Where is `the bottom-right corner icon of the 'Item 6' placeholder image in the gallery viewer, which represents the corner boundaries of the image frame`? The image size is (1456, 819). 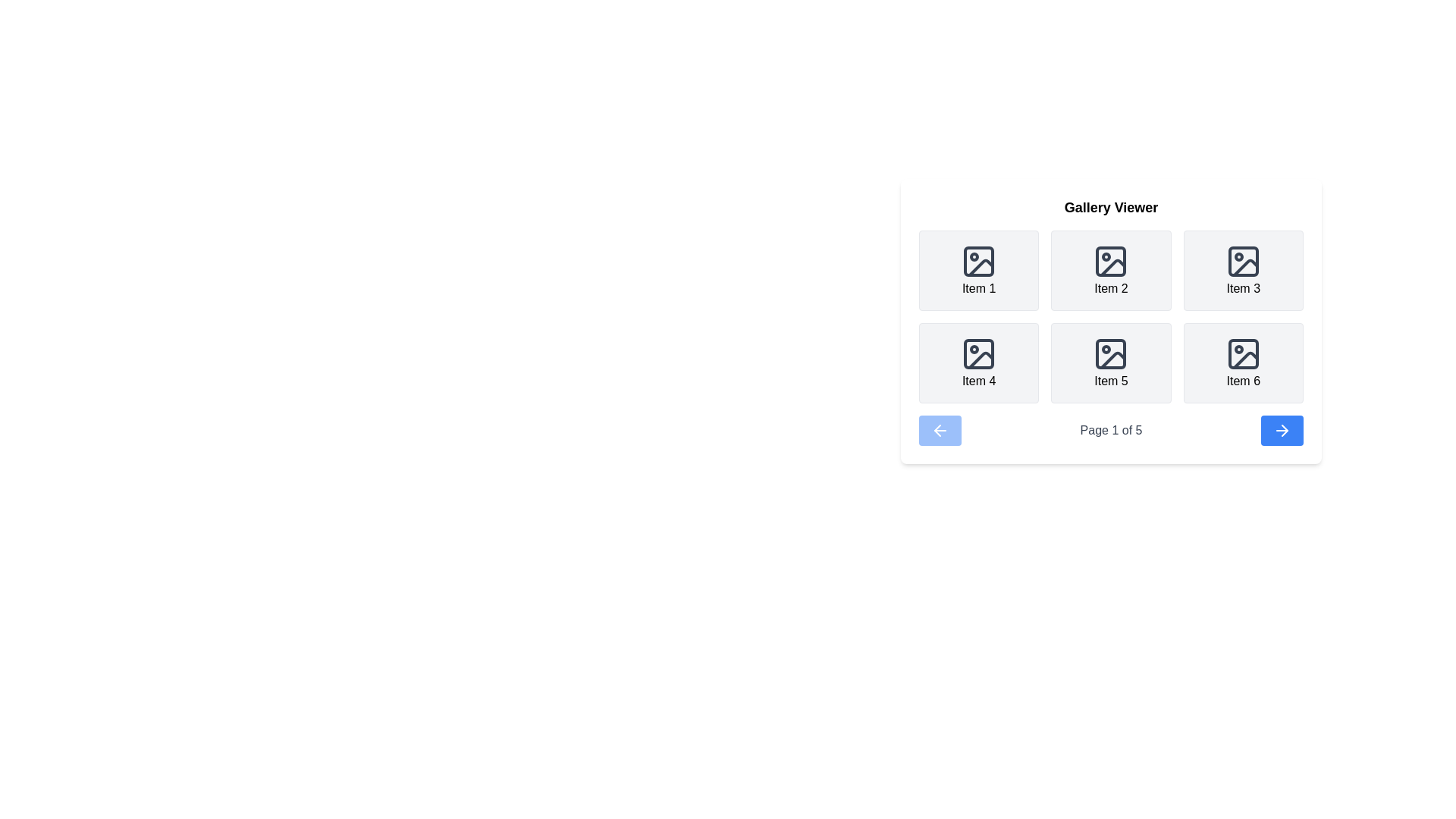 the bottom-right corner icon of the 'Item 6' placeholder image in the gallery viewer, which represents the corner boundaries of the image frame is located at coordinates (1243, 353).